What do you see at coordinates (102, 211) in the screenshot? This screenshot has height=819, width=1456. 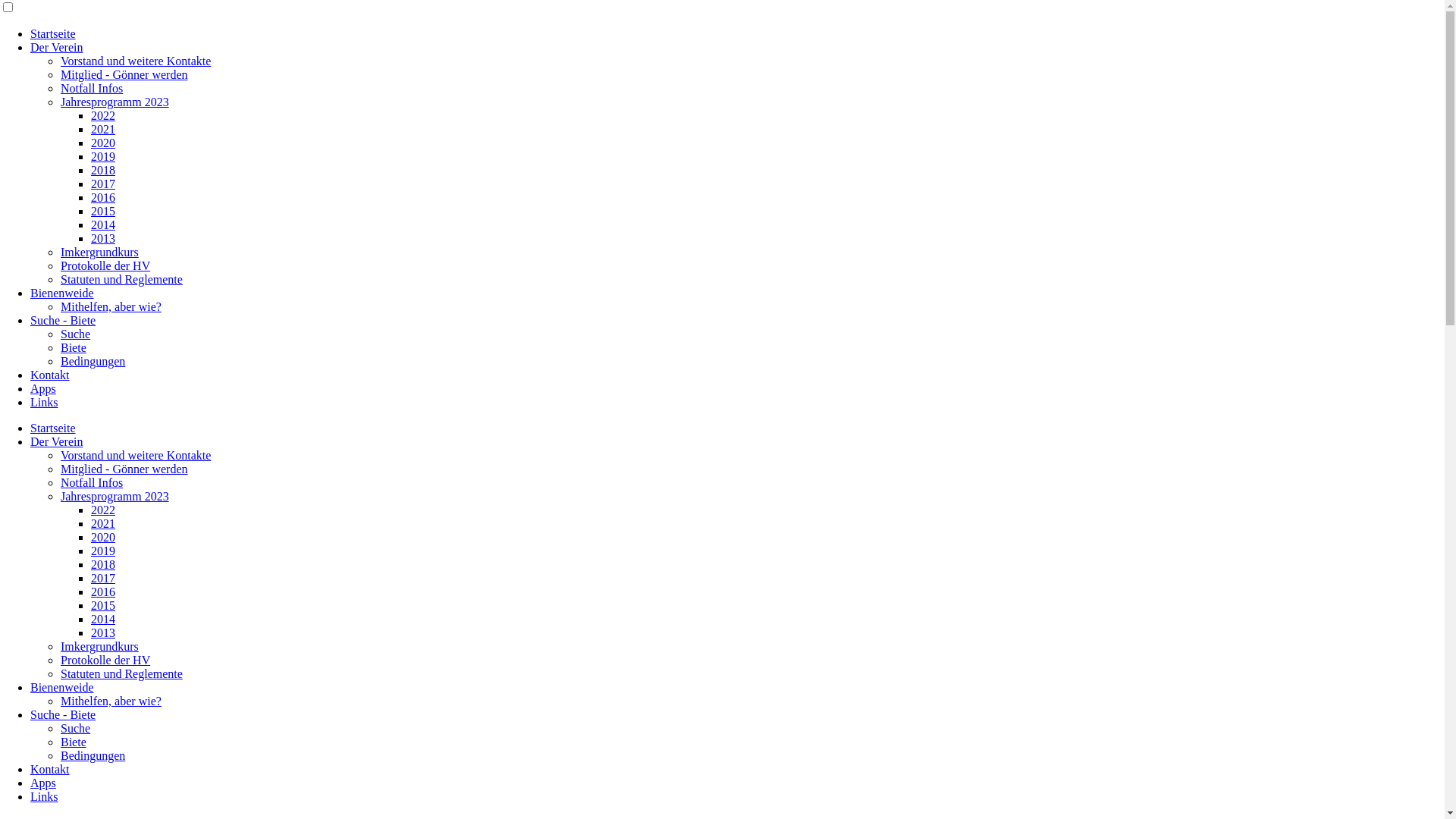 I see `'2015'` at bounding box center [102, 211].